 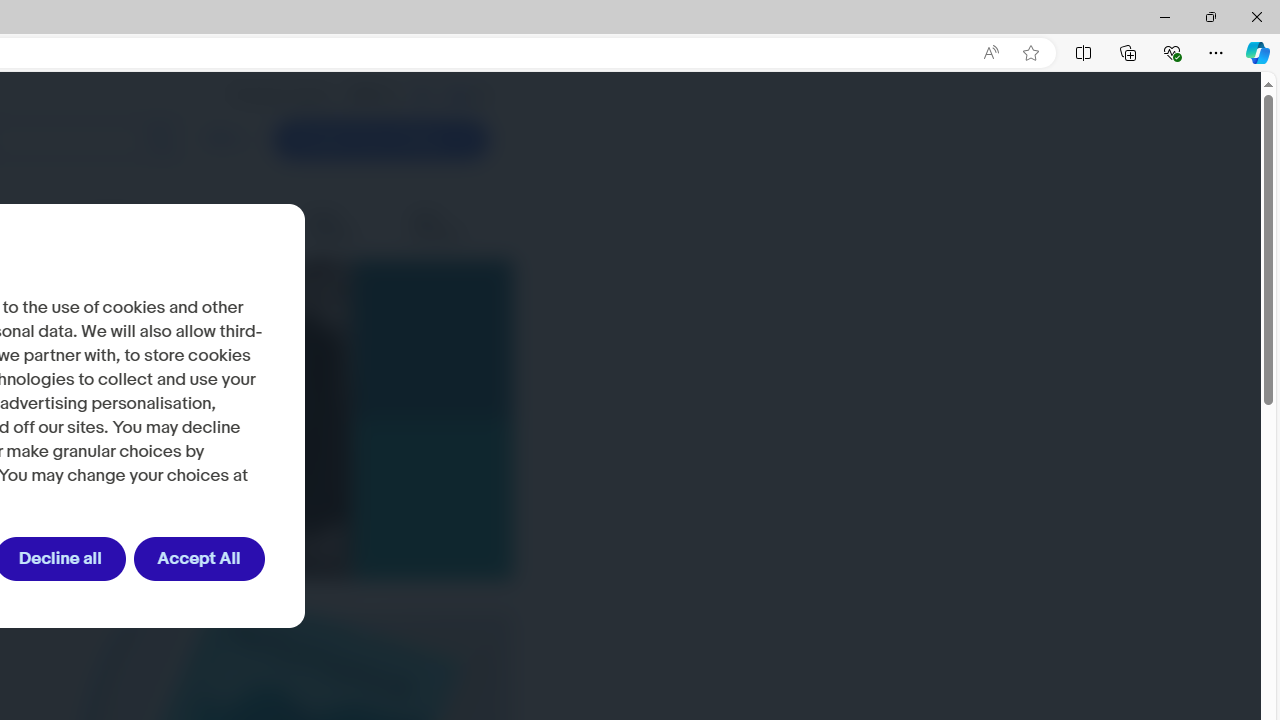 I want to click on 'Close', so click(x=1255, y=16).